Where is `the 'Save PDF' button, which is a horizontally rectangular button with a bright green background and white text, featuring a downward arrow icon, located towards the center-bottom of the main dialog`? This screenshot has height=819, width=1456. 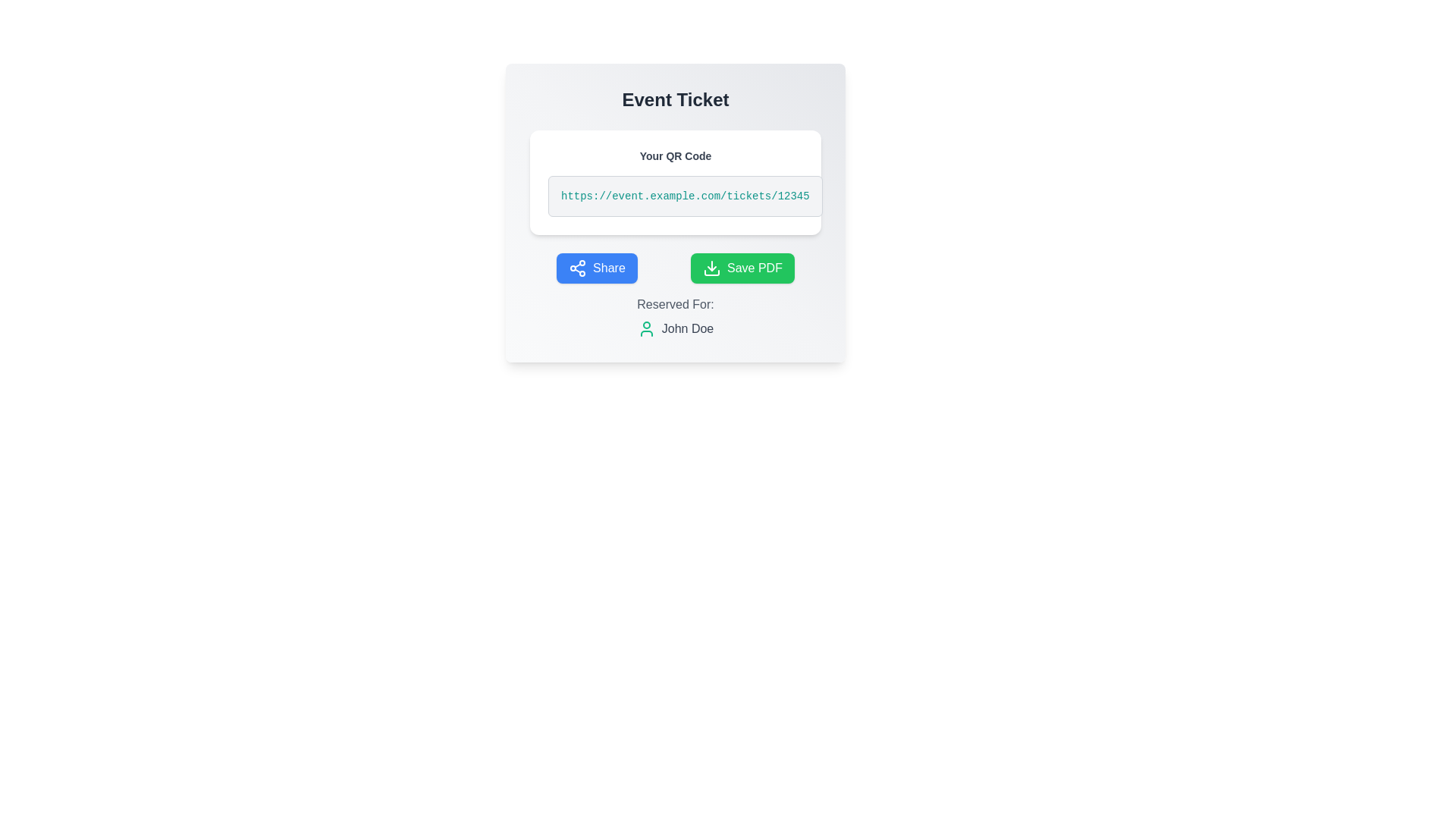
the 'Save PDF' button, which is a horizontally rectangular button with a bright green background and white text, featuring a downward arrow icon, located towards the center-bottom of the main dialog is located at coordinates (742, 268).